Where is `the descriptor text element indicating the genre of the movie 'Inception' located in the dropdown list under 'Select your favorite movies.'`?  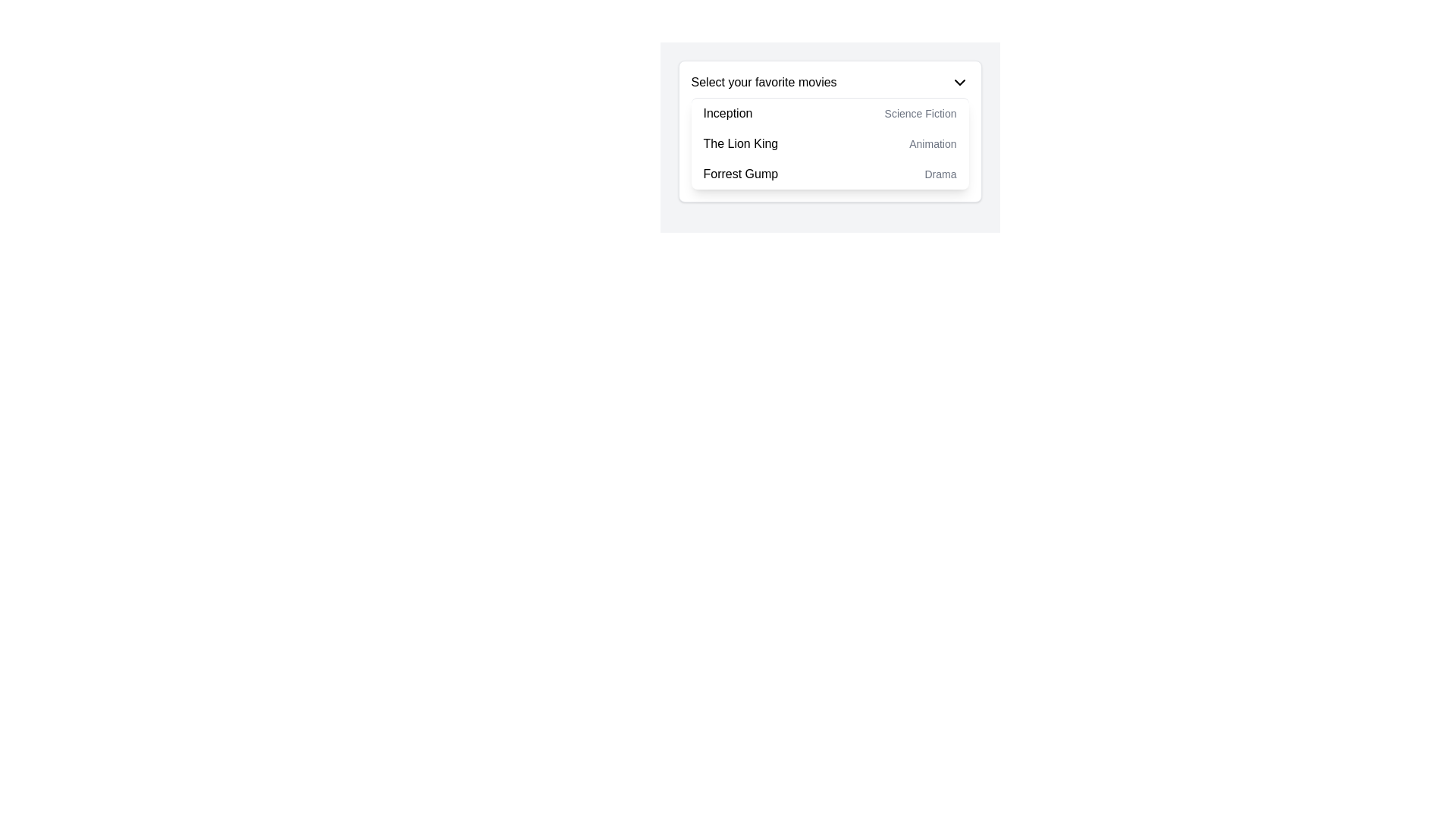
the descriptor text element indicating the genre of the movie 'Inception' located in the dropdown list under 'Select your favorite movies.' is located at coordinates (920, 113).